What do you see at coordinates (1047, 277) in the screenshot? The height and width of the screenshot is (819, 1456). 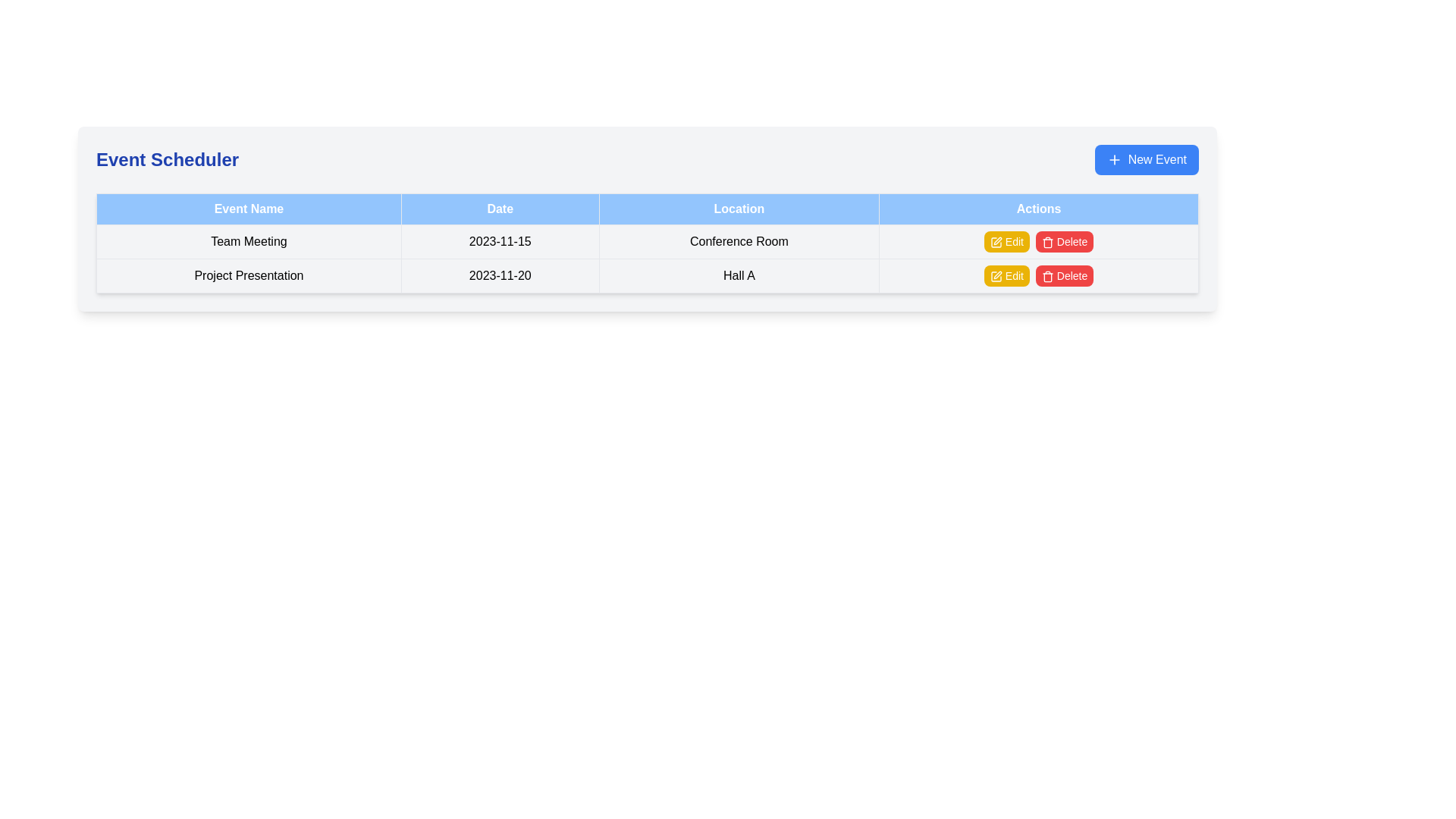 I see `the trash can icon within the 'Delete' button for the 'Project Presentation' entry` at bounding box center [1047, 277].